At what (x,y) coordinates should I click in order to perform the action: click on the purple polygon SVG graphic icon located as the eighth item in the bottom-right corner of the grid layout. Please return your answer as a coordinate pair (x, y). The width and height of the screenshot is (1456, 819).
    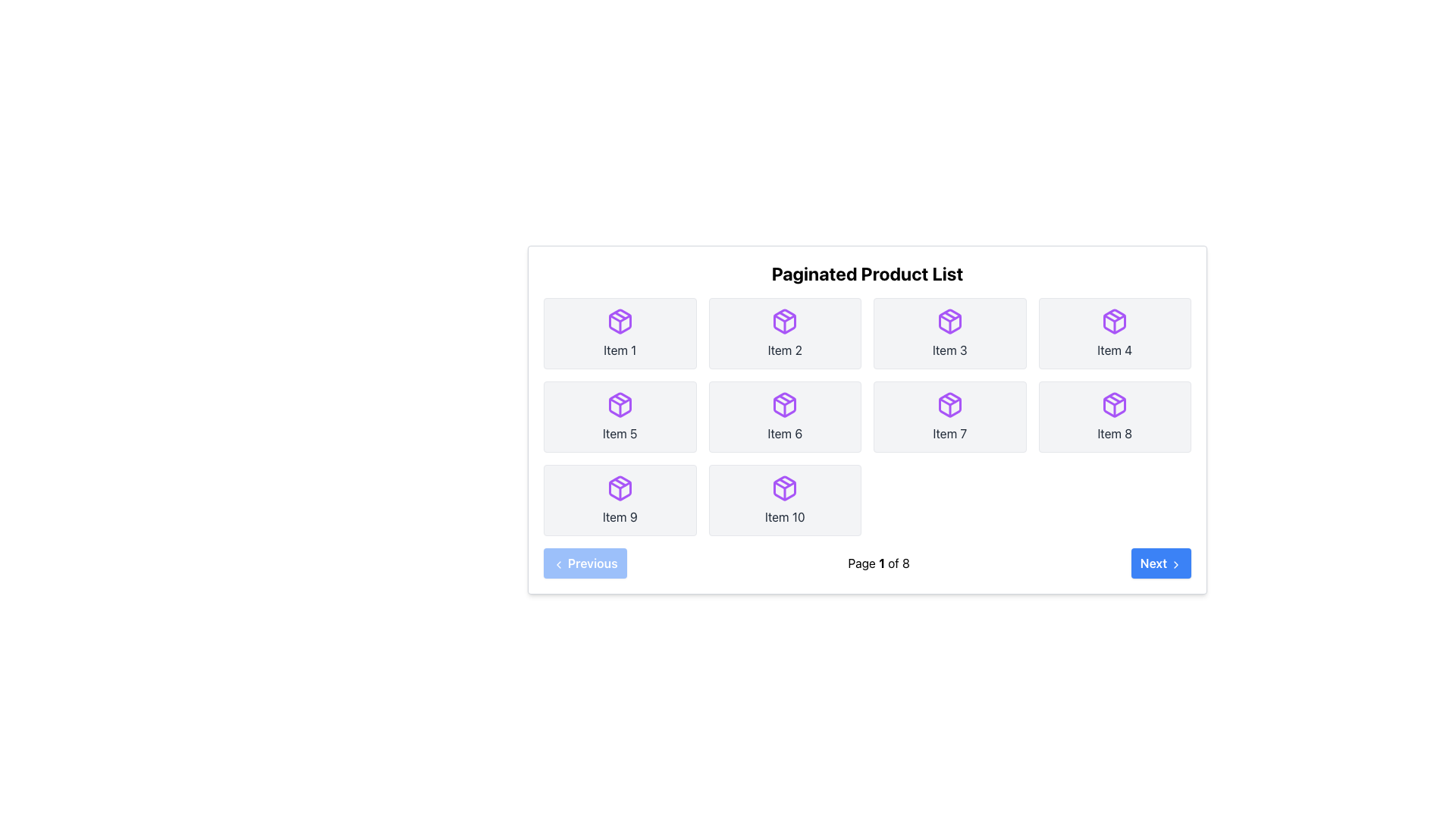
    Looking at the image, I should click on (1115, 403).